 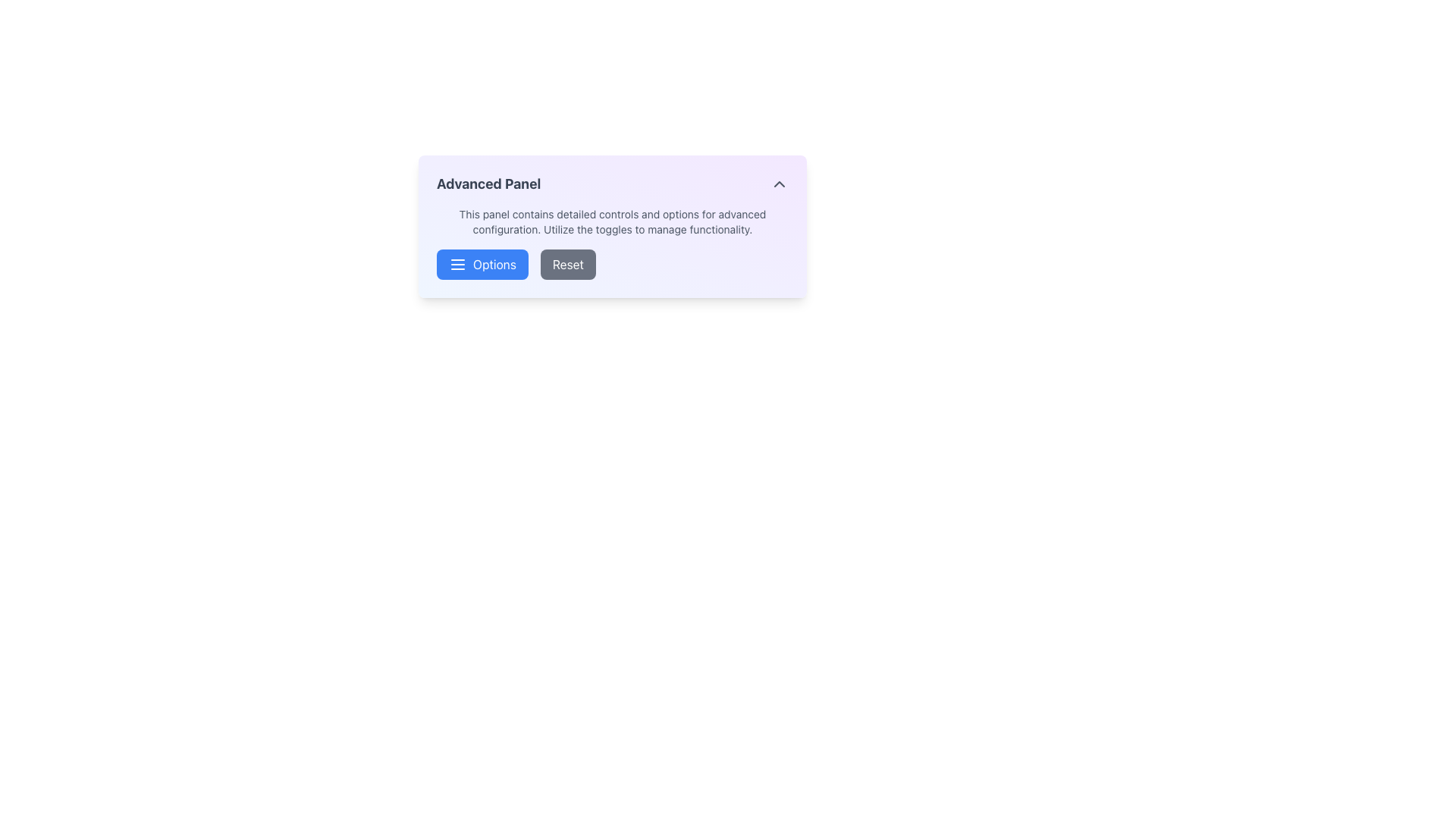 I want to click on the chevron icon button located on the far-right side of the 'Advanced Panel', so click(x=779, y=184).